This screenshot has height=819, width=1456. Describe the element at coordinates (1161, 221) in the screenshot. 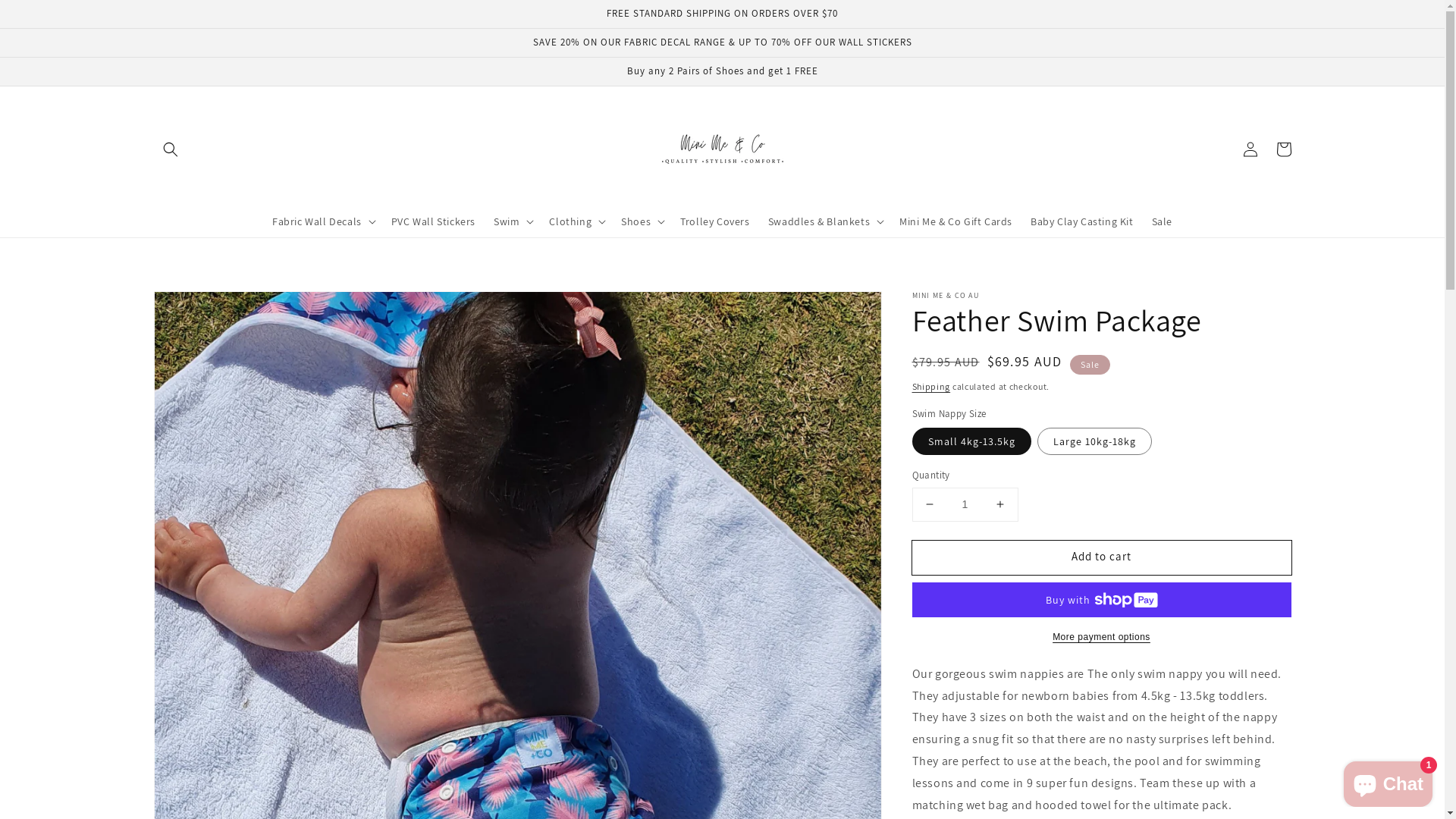

I see `'Sale'` at that location.